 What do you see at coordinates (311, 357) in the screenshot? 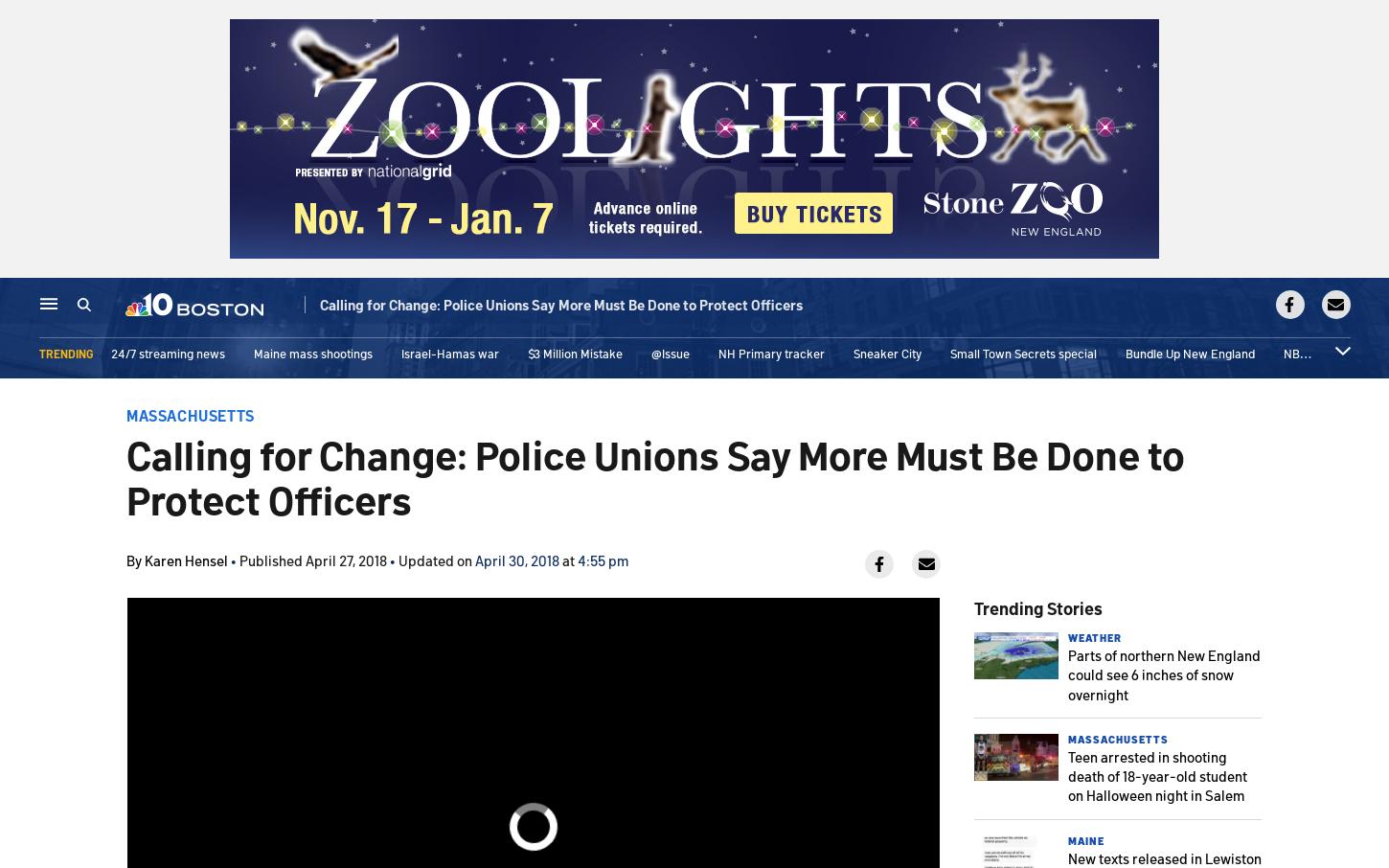
I see `'Maine mass shootings'` at bounding box center [311, 357].